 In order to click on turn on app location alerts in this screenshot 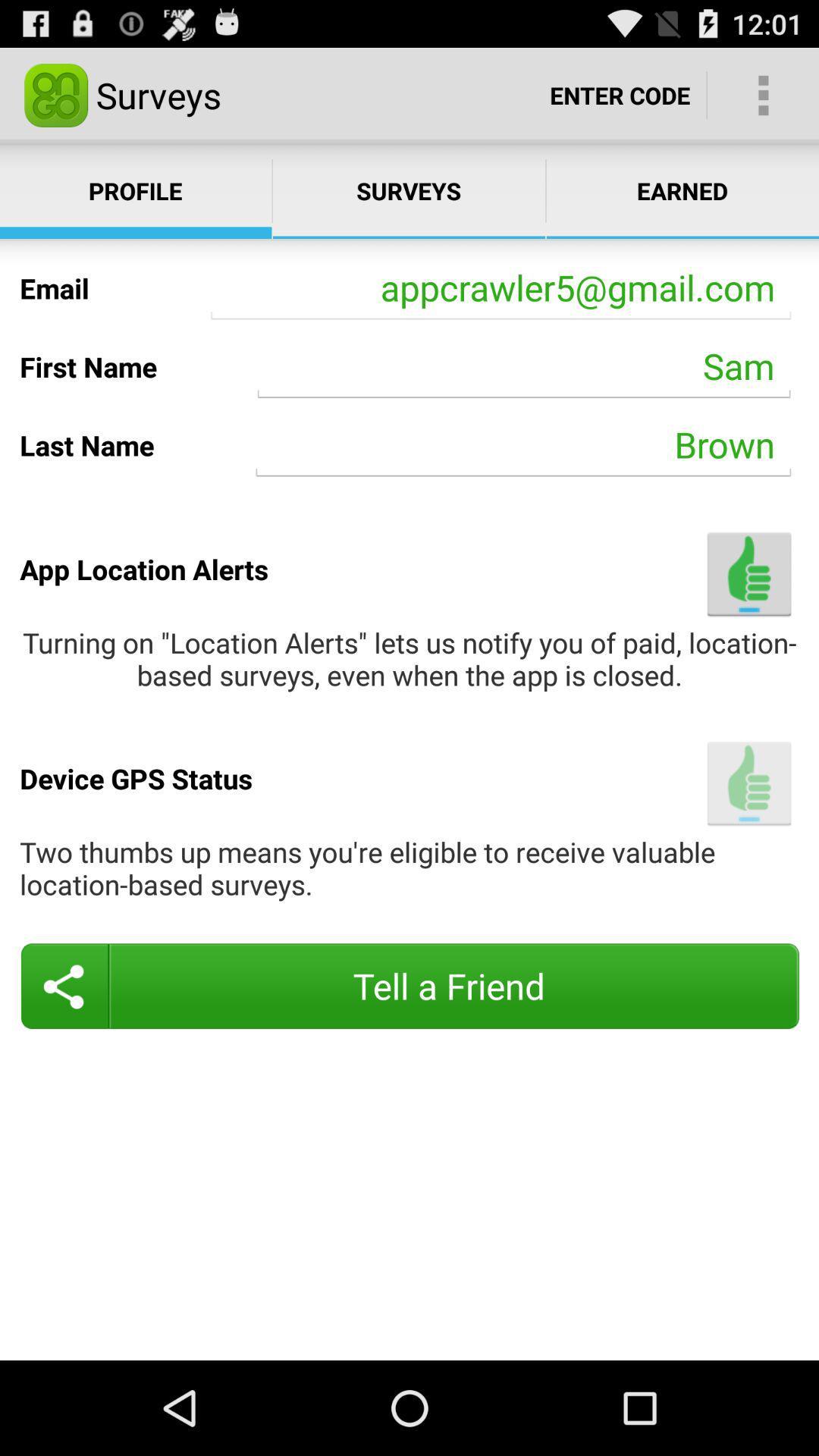, I will do `click(748, 573)`.